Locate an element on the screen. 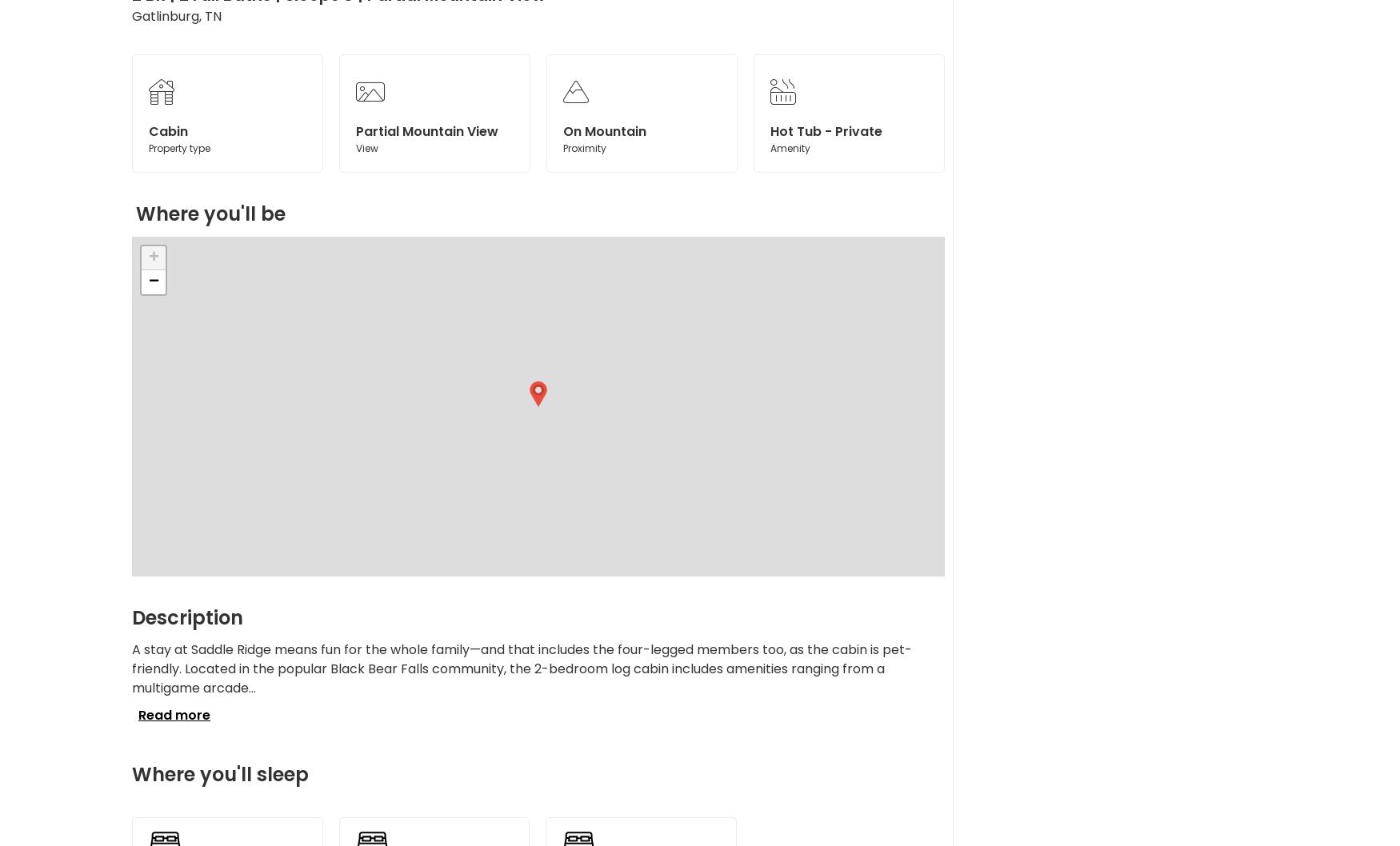 The height and width of the screenshot is (846, 1400). '4.62' is located at coordinates (913, 178).